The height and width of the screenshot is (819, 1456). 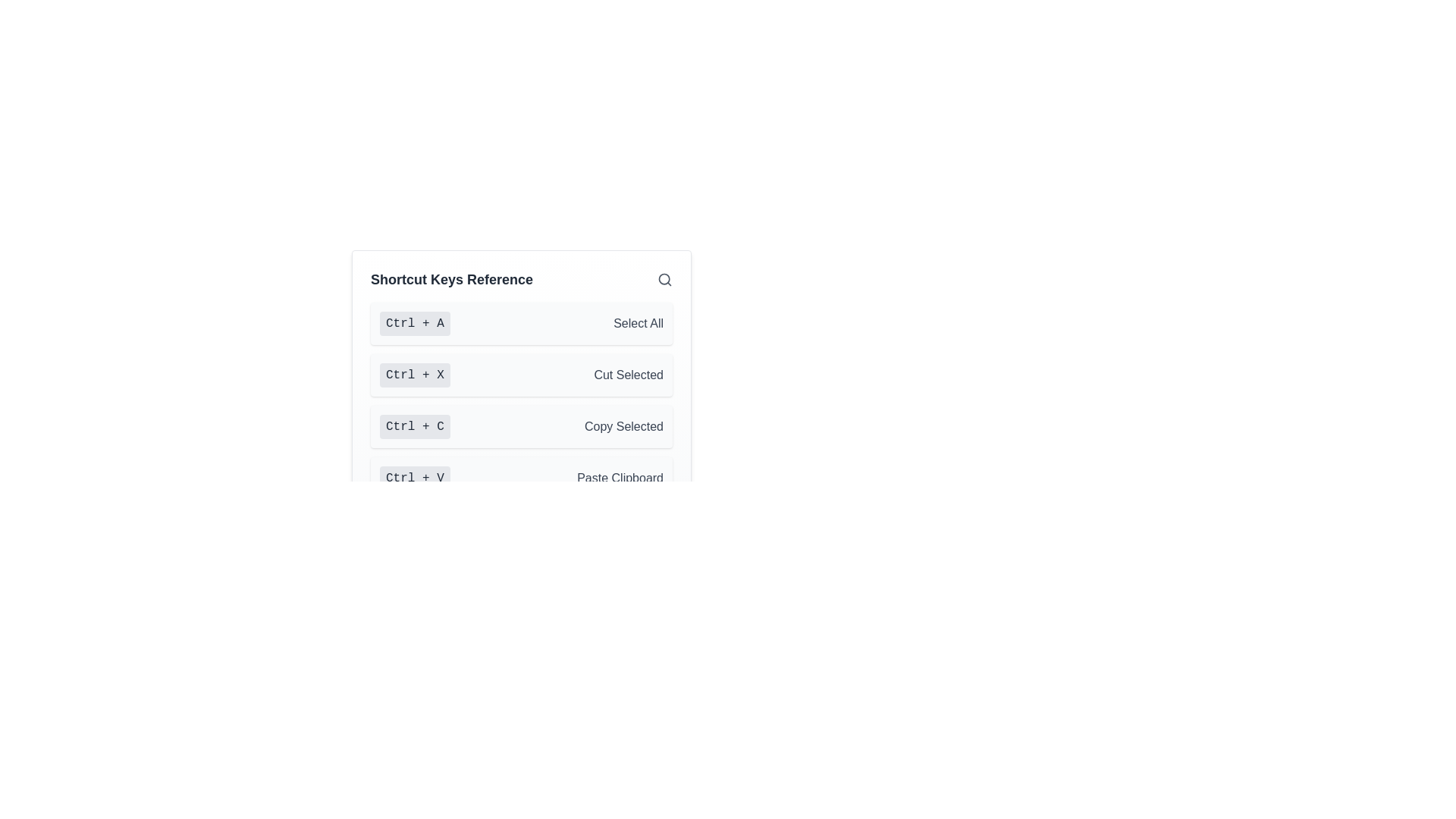 I want to click on the 'Copy Selected' text label element, which displays the text in gray color and is positioned to the right of the 'Ctrl + C' shortcut within the 'Shortcut Keys Reference' list, so click(x=623, y=427).